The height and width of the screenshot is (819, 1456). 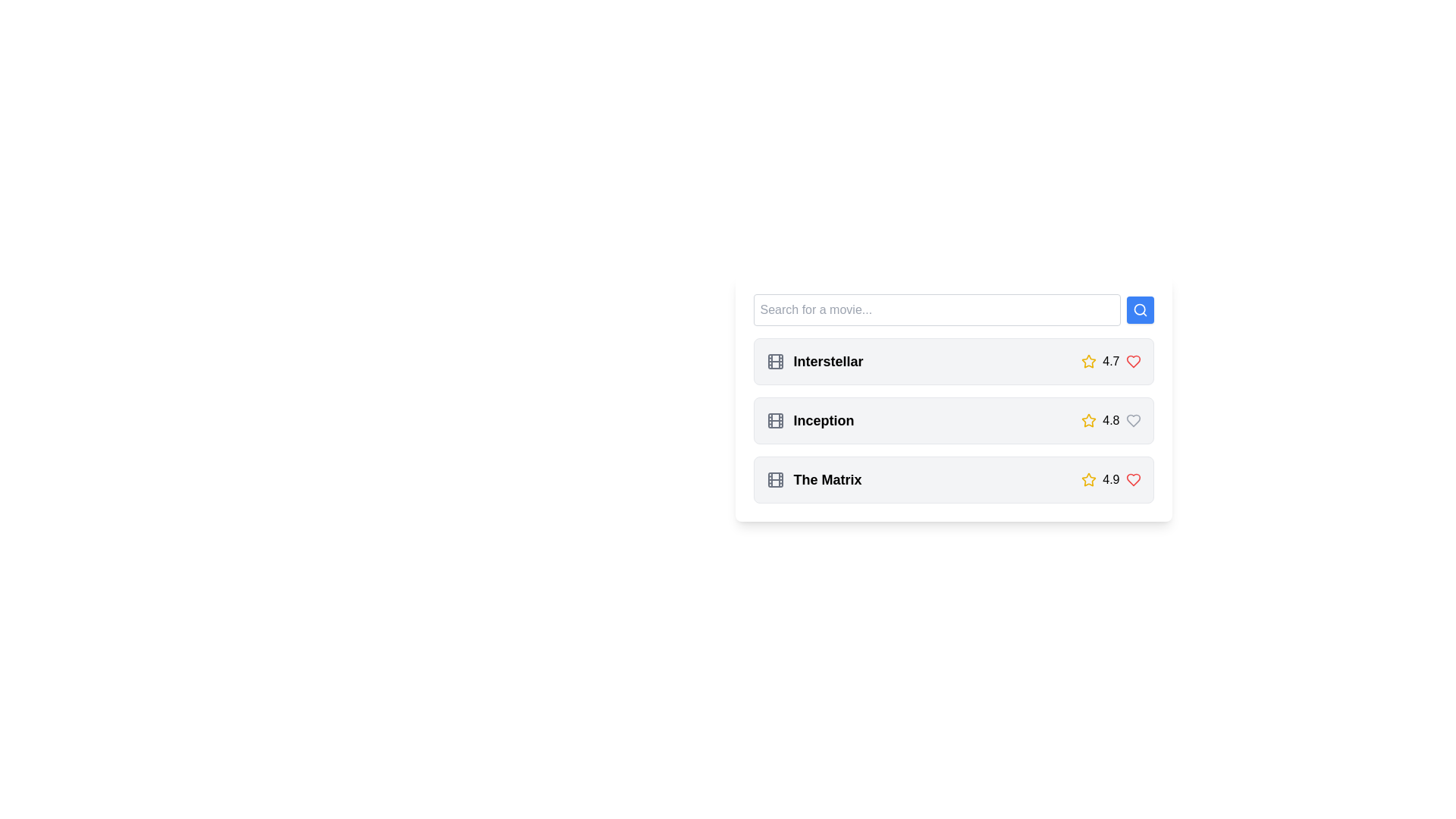 I want to click on the text and icon area labeled 'The Matrix', which features a bold font and a film icon on the left, located in the third row of a vertical layout, so click(x=813, y=479).